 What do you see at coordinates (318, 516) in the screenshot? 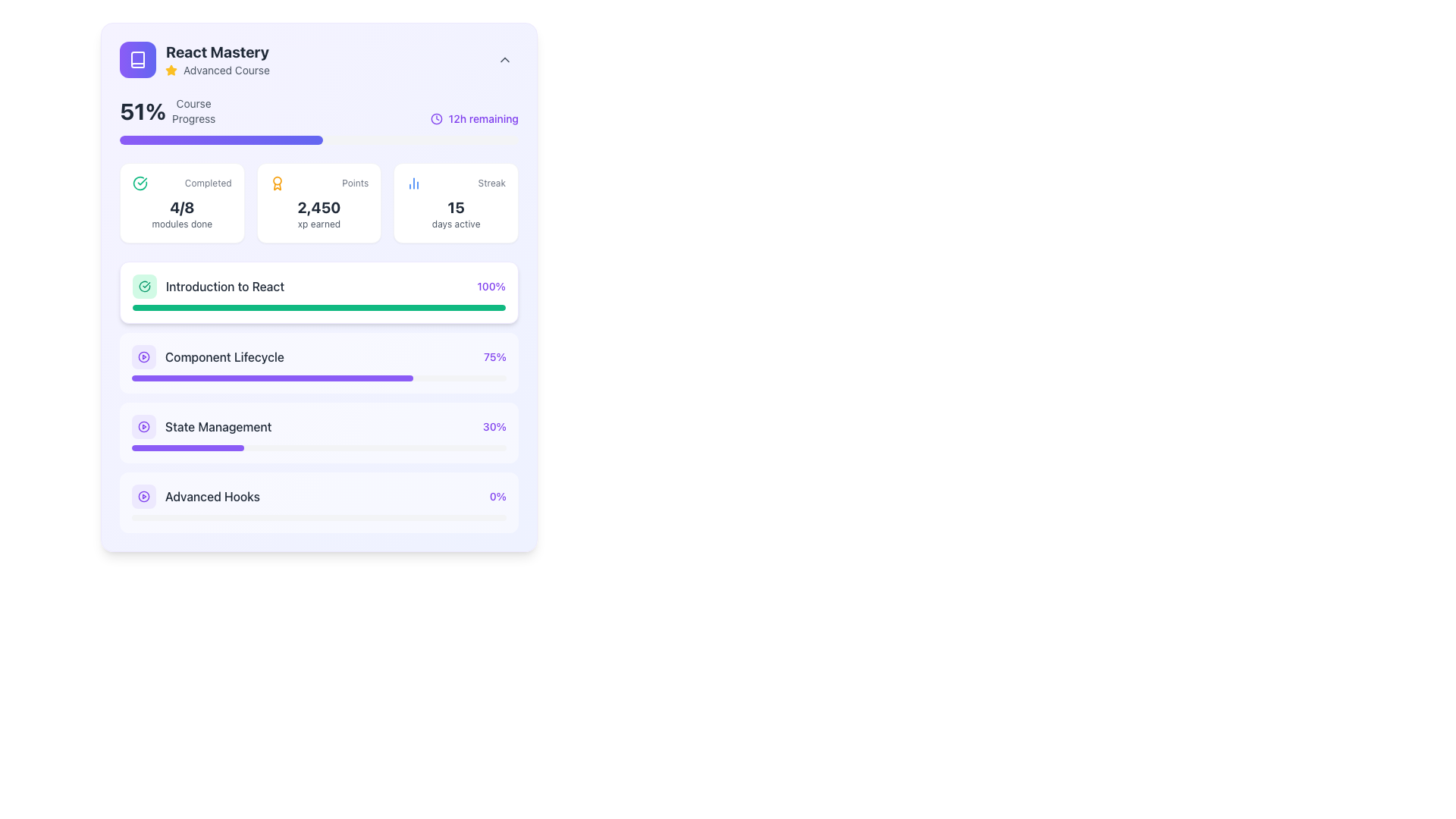
I see `the horizontal progress bar with a light gray background and violet-colored filled section located at the bottom of the 'Advanced Hooks' section in the 'React Mastery' course` at bounding box center [318, 516].